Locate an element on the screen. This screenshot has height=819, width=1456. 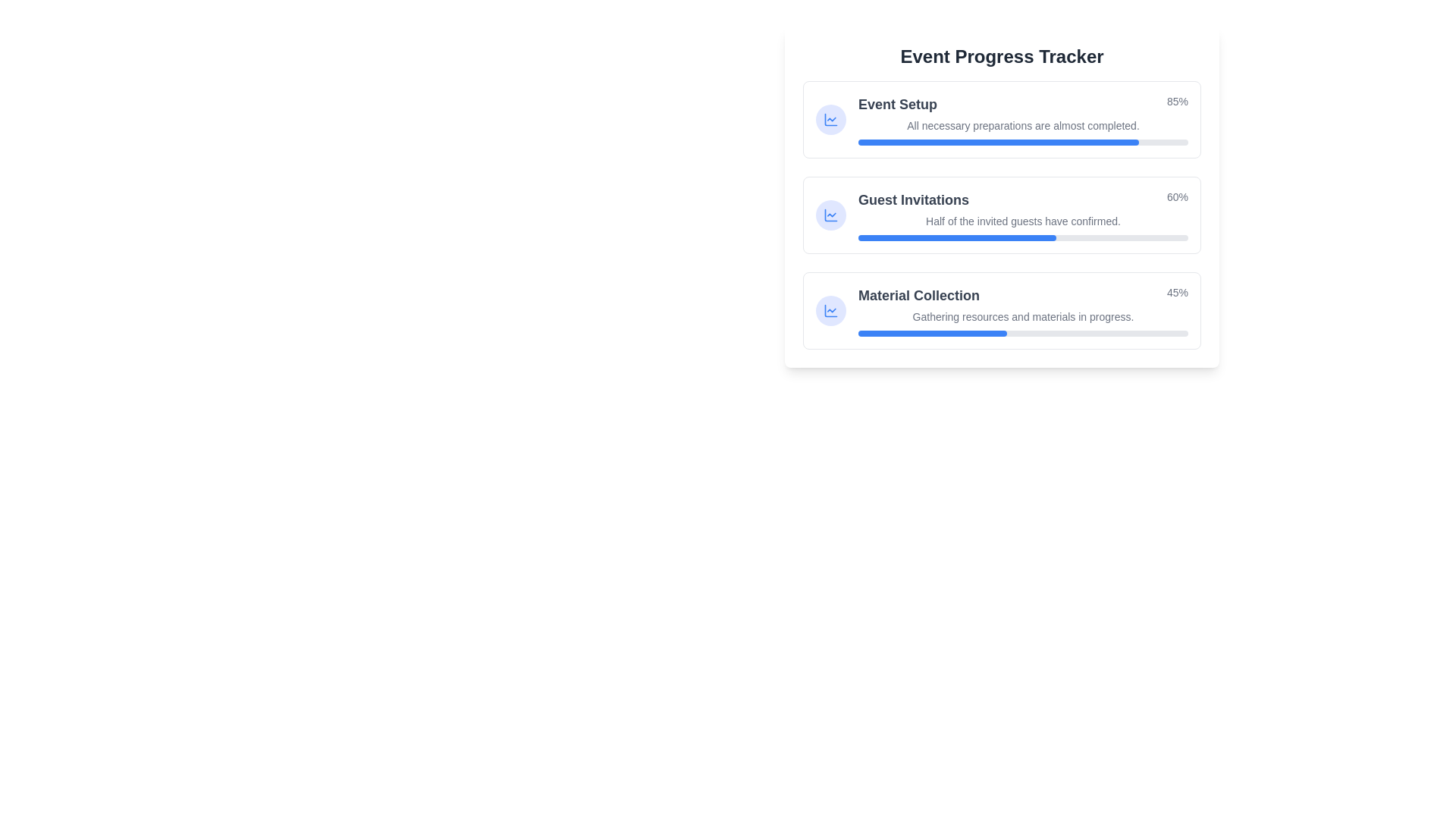
the progress bar representing guest confirmations, which visually indicates the percentage of confirmed invitations, located below the text 'Half of the invited guests have confirmed.' is located at coordinates (1023, 237).